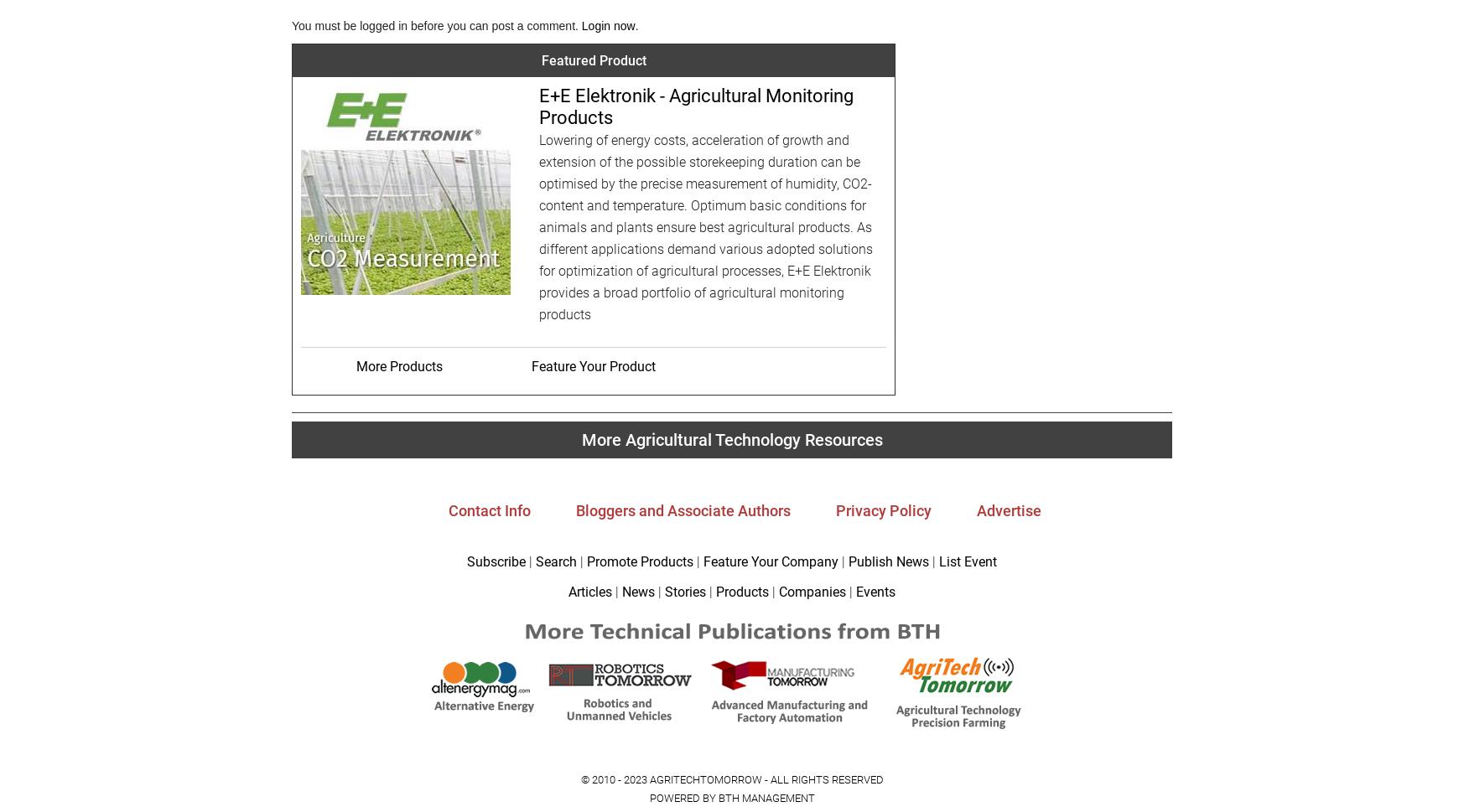  What do you see at coordinates (812, 592) in the screenshot?
I see `'Companies'` at bounding box center [812, 592].